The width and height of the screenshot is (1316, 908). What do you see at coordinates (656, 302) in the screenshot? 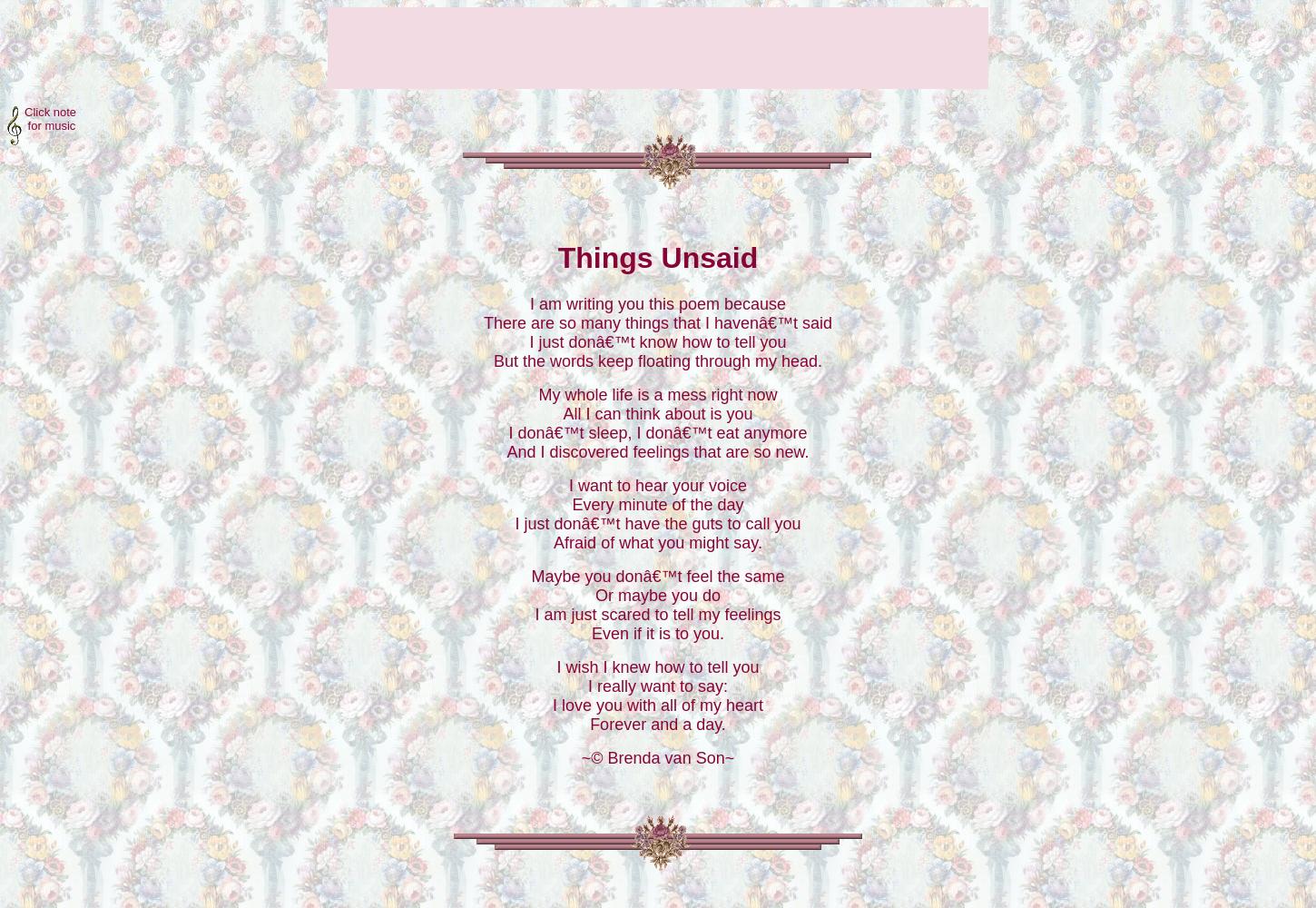
I see `'I am writing you this poem because'` at bounding box center [656, 302].